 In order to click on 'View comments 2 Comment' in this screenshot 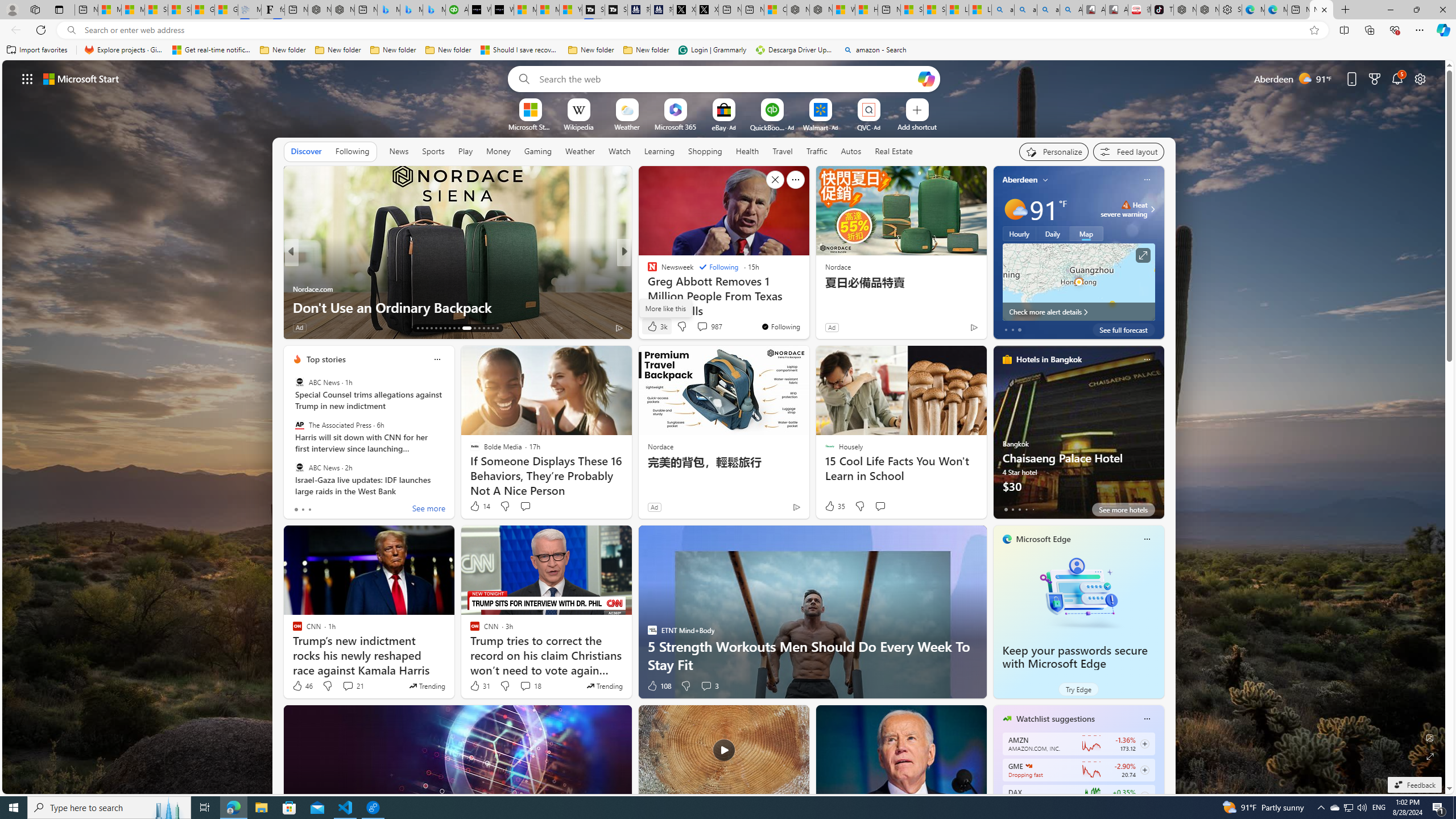, I will do `click(698, 326)`.